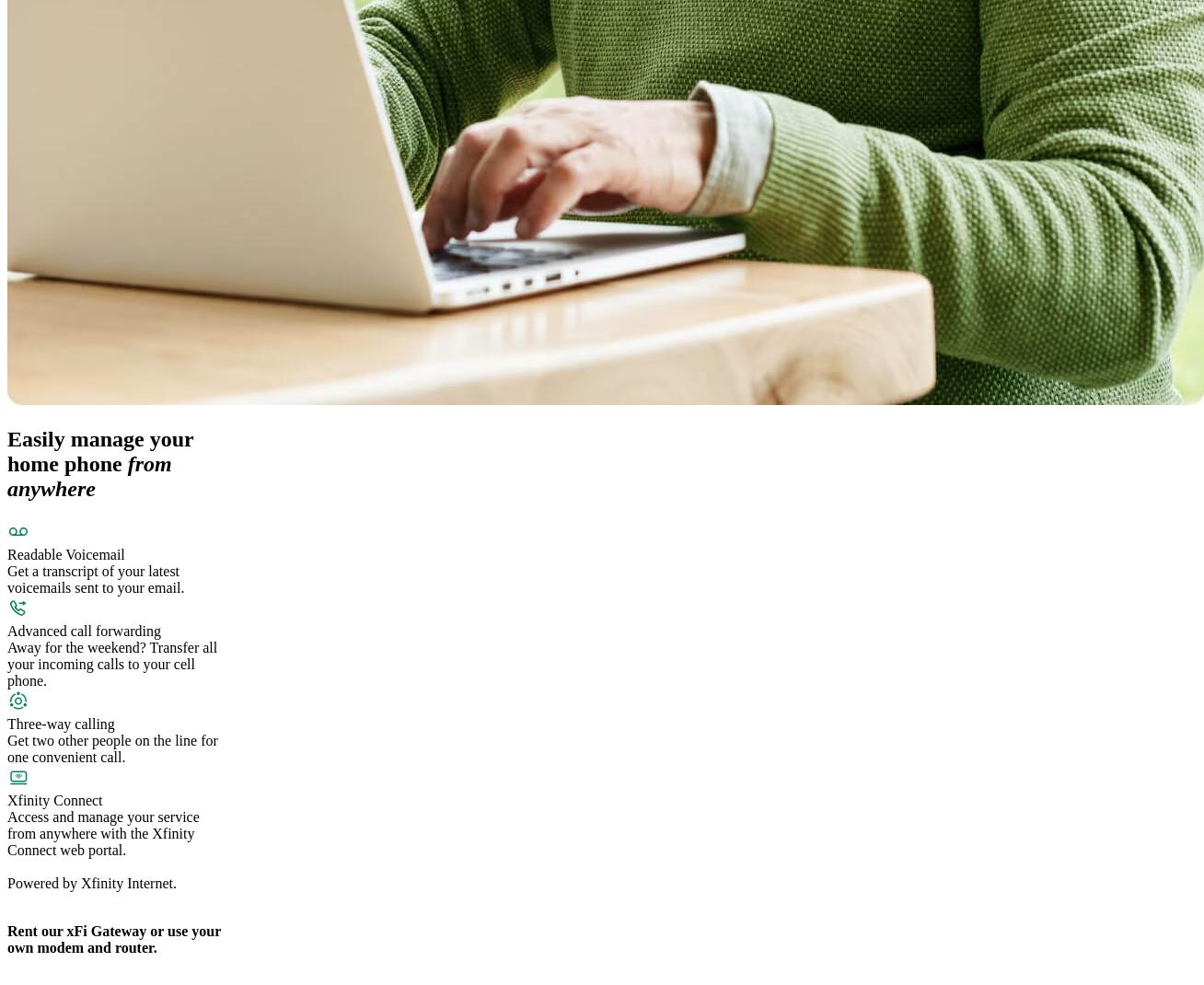  What do you see at coordinates (54, 800) in the screenshot?
I see `'Xfinity Connect'` at bounding box center [54, 800].